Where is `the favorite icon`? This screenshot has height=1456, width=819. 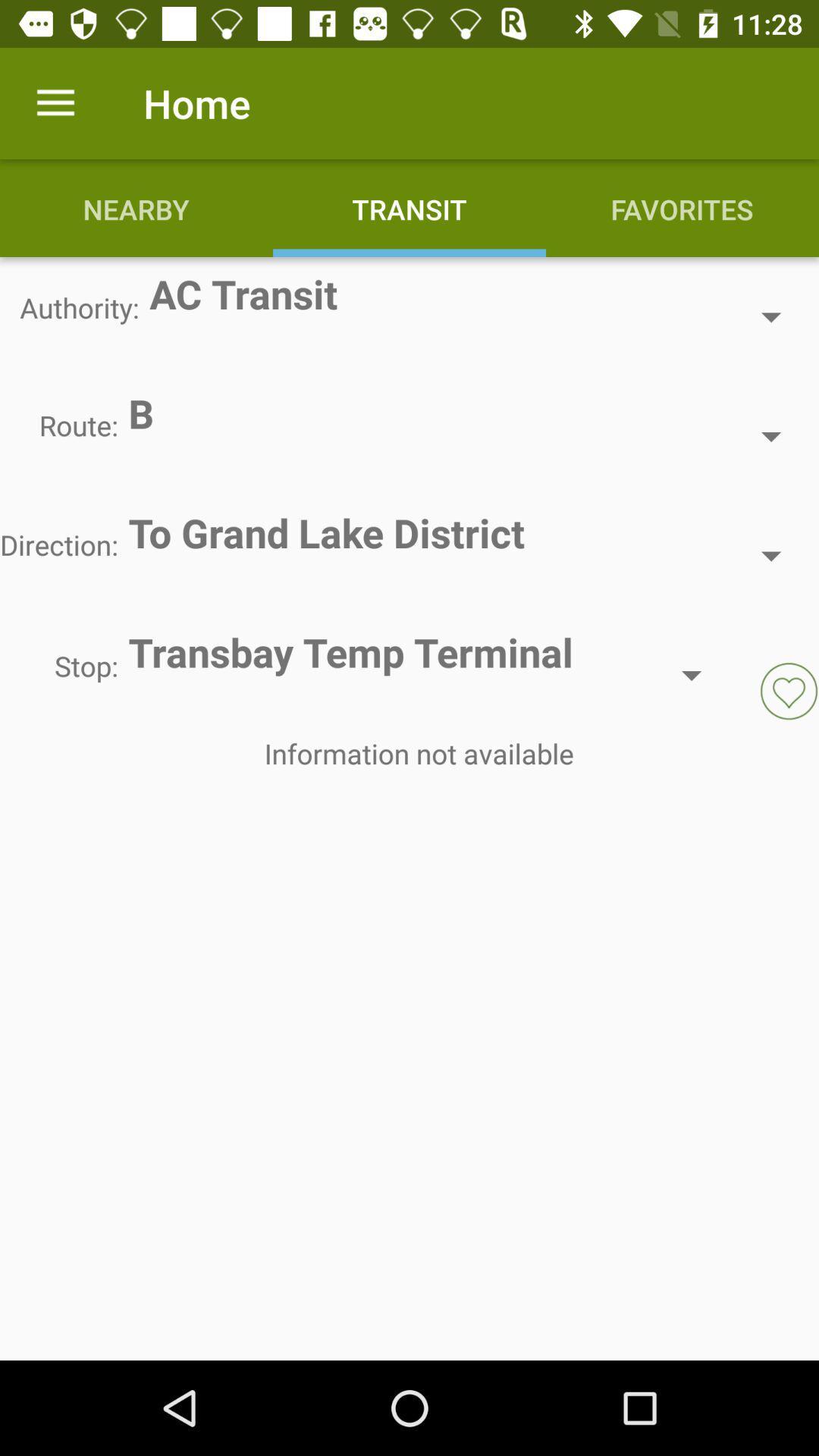 the favorite icon is located at coordinates (788, 690).